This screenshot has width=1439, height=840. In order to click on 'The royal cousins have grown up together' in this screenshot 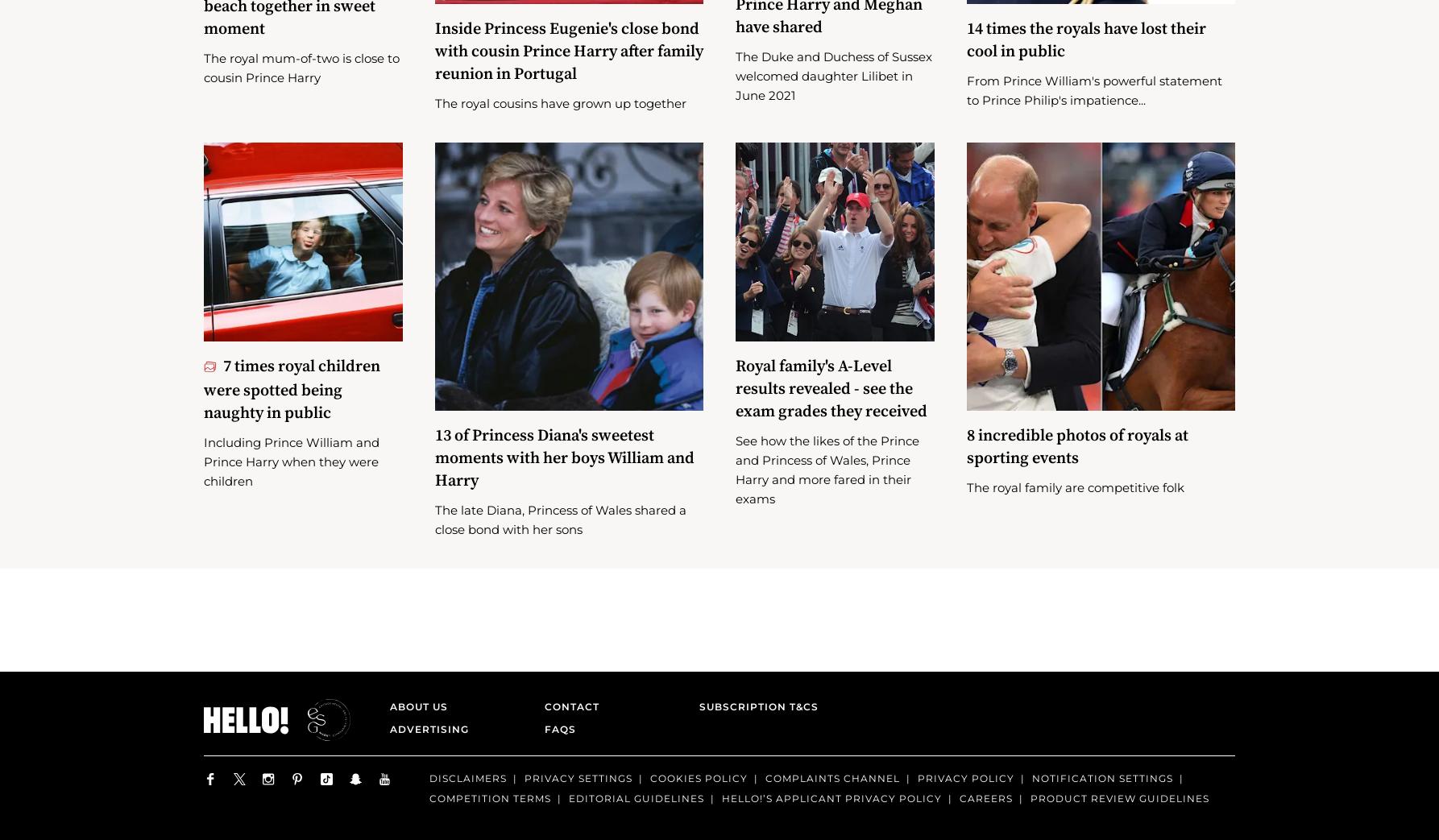, I will do `click(559, 126)`.